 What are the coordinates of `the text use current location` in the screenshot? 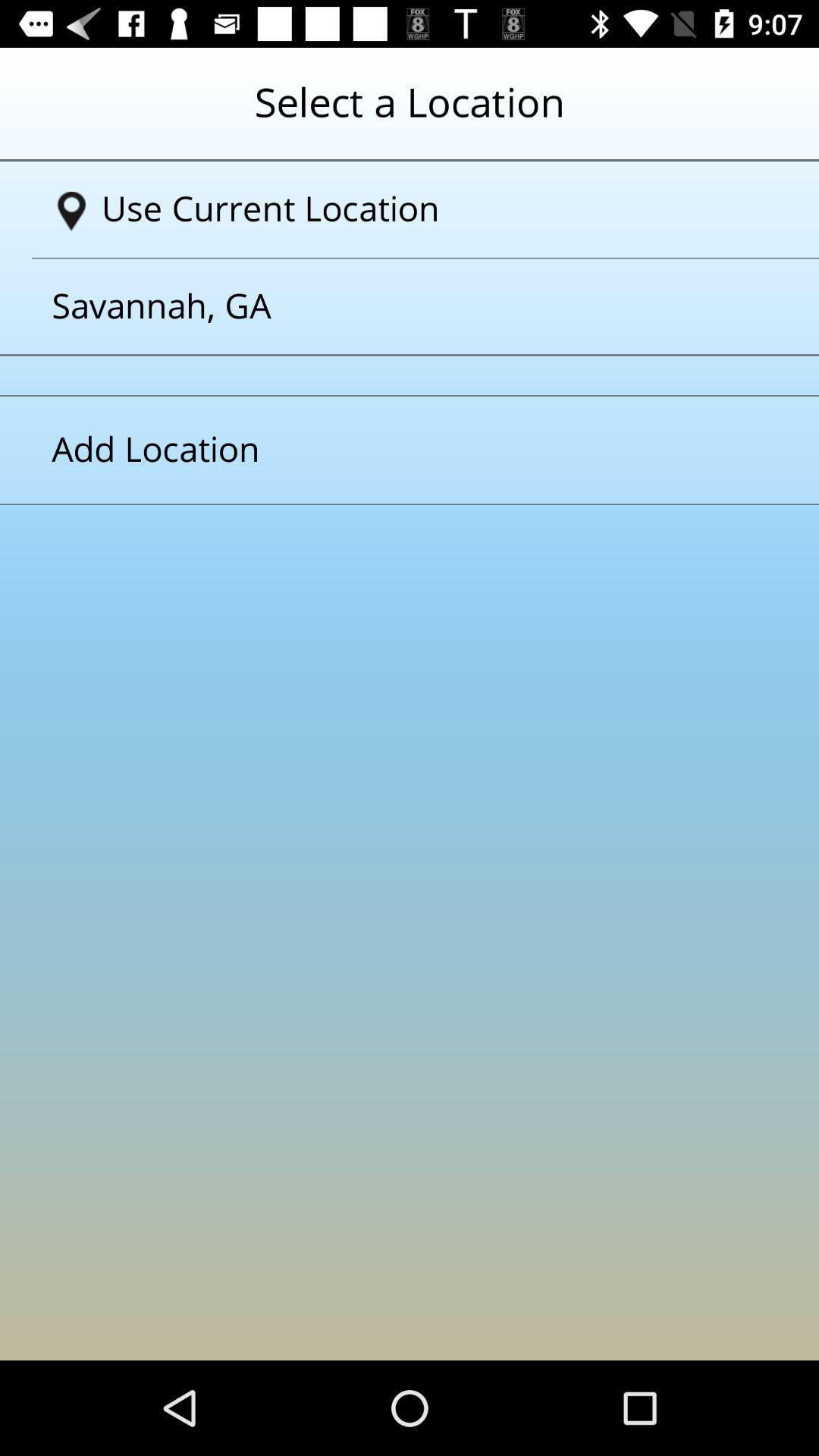 It's located at (415, 209).